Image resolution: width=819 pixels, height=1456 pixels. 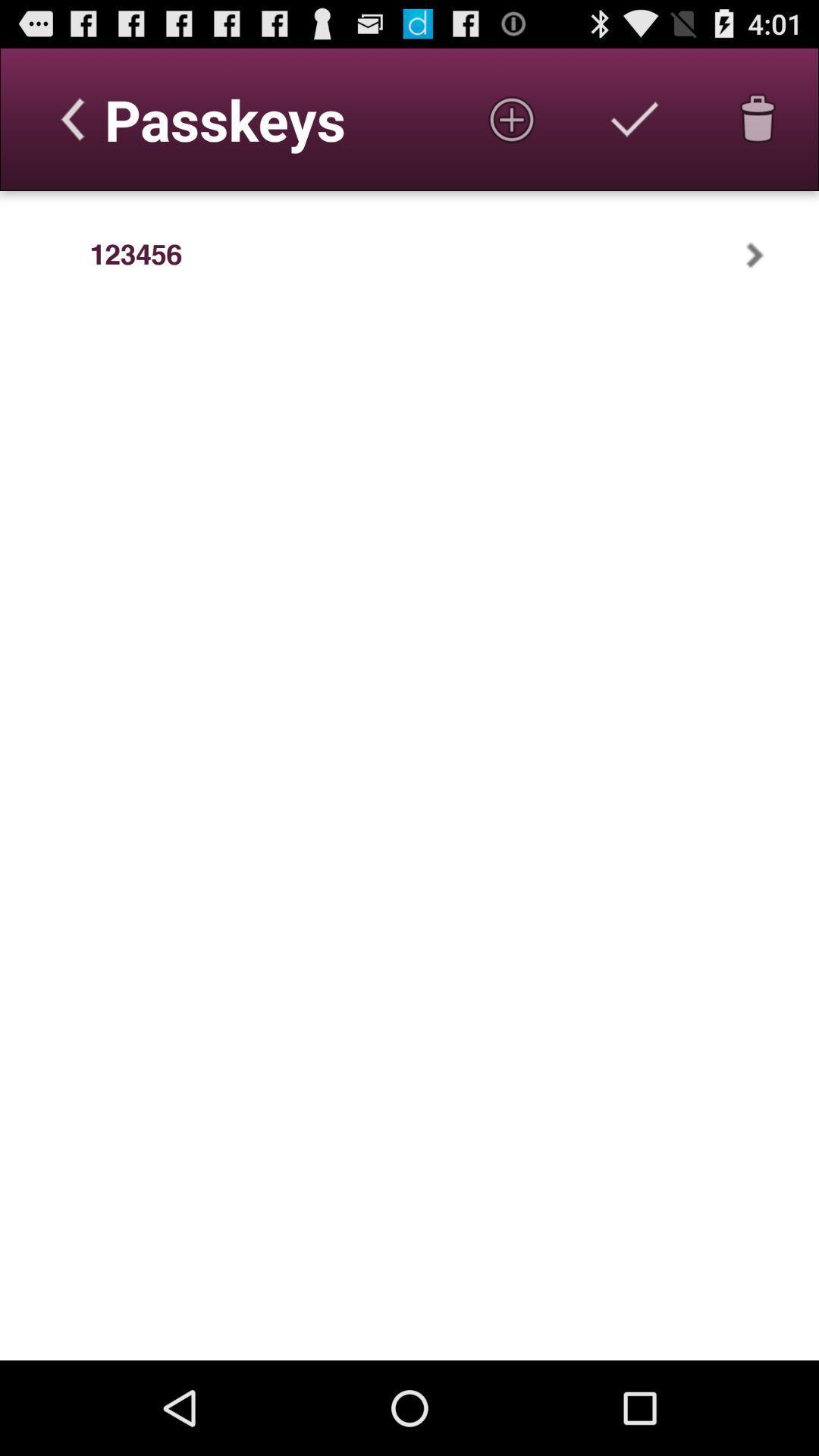 What do you see at coordinates (44, 255) in the screenshot?
I see `the app next to 123456 item` at bounding box center [44, 255].